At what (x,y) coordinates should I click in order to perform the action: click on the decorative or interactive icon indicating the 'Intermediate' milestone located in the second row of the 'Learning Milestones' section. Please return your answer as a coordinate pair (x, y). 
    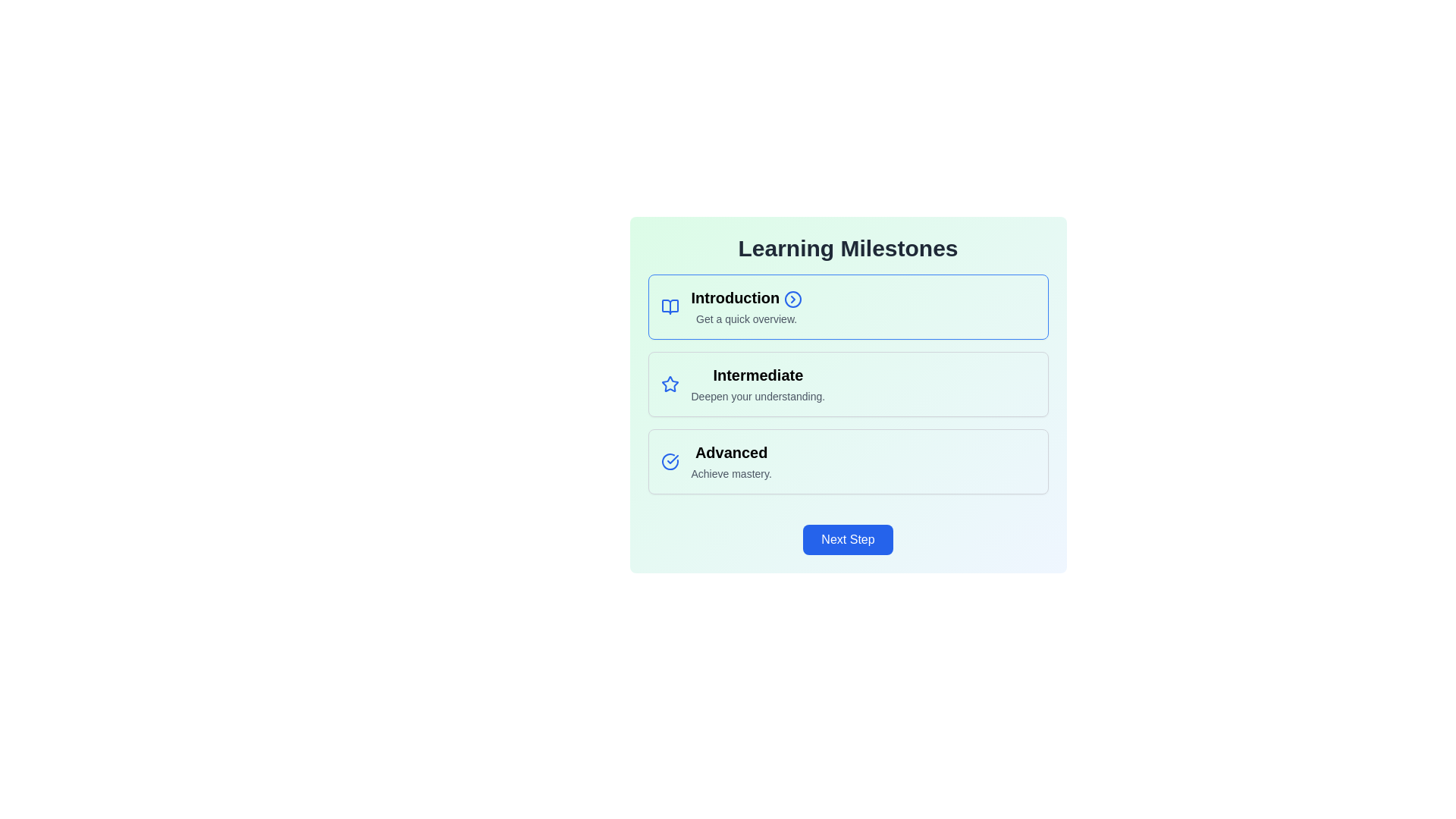
    Looking at the image, I should click on (669, 383).